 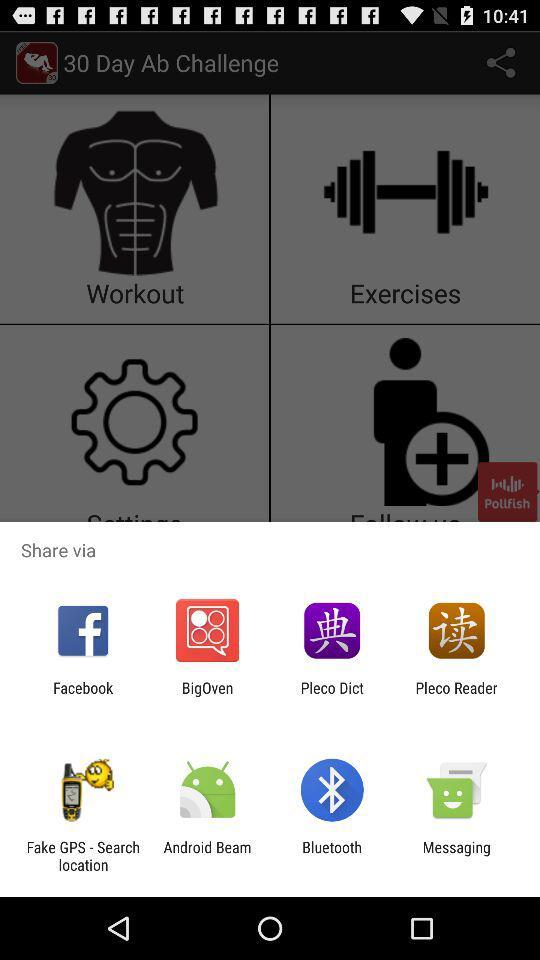 I want to click on the icon next to the bigoven app, so click(x=82, y=696).